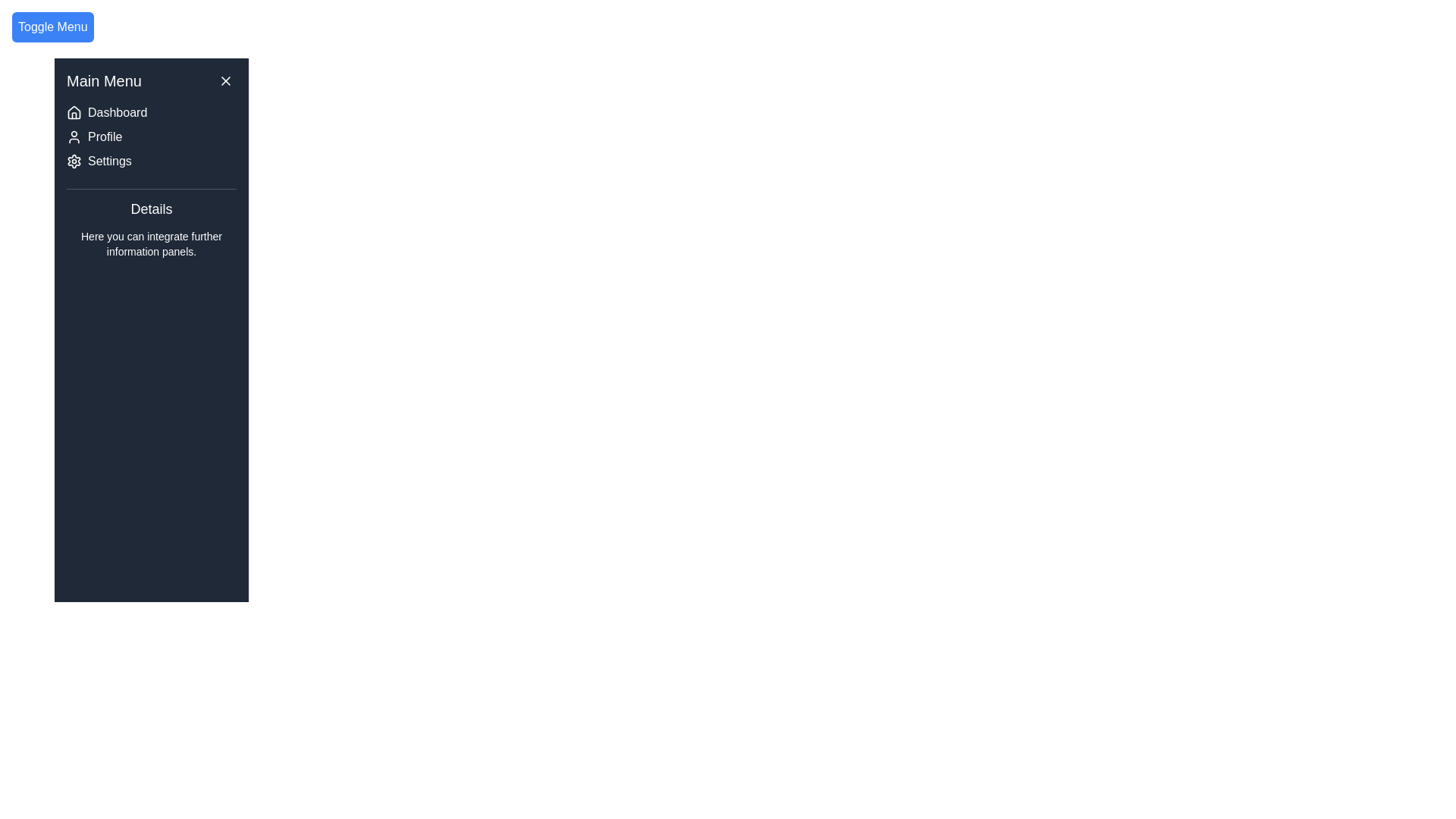  What do you see at coordinates (73, 161) in the screenshot?
I see `the small gear icon with a dark blue background and a white stroke, located next to the 'Settings' label on the left-side menu` at bounding box center [73, 161].